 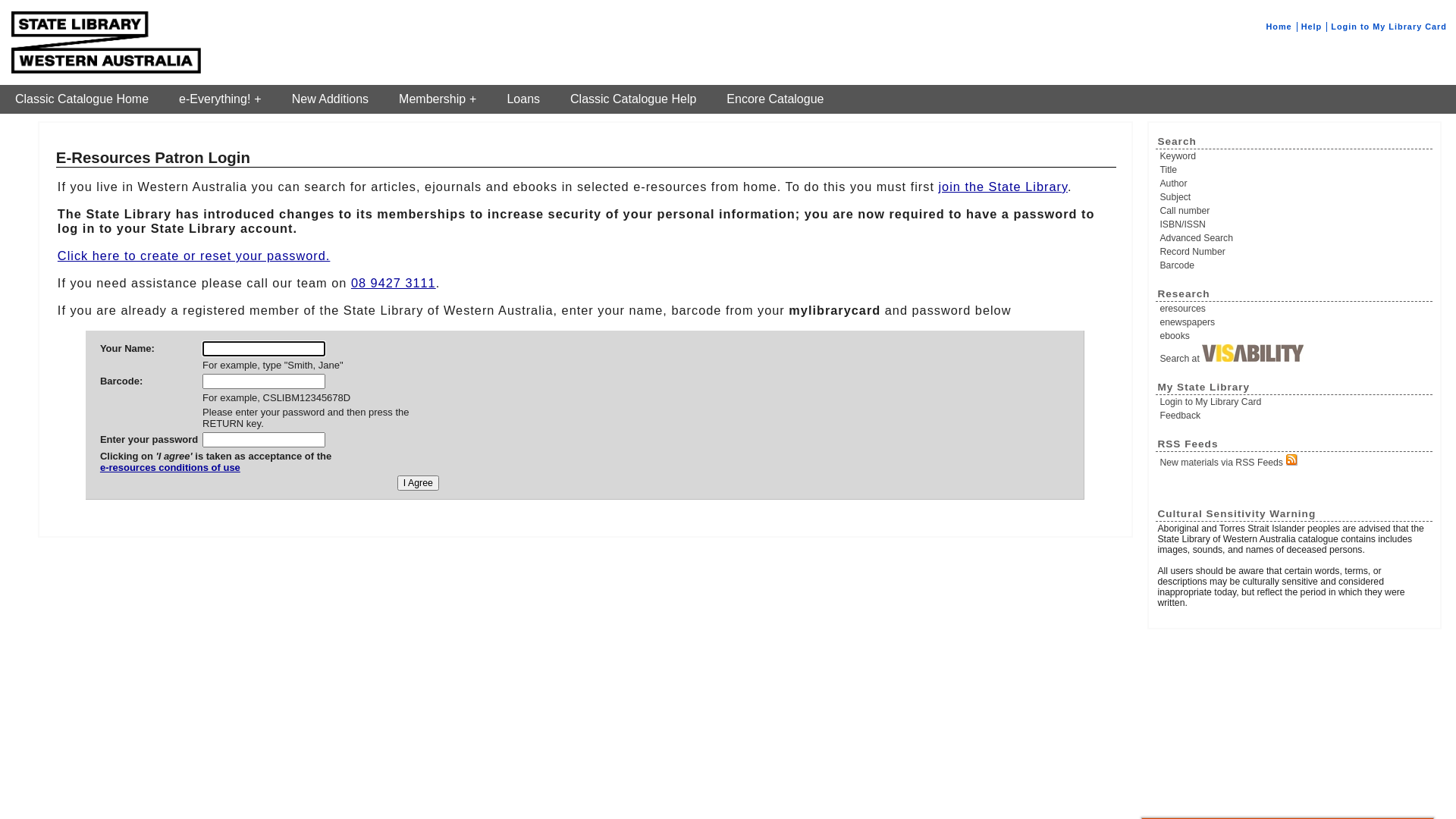 What do you see at coordinates (1310, 26) in the screenshot?
I see `'Help'` at bounding box center [1310, 26].